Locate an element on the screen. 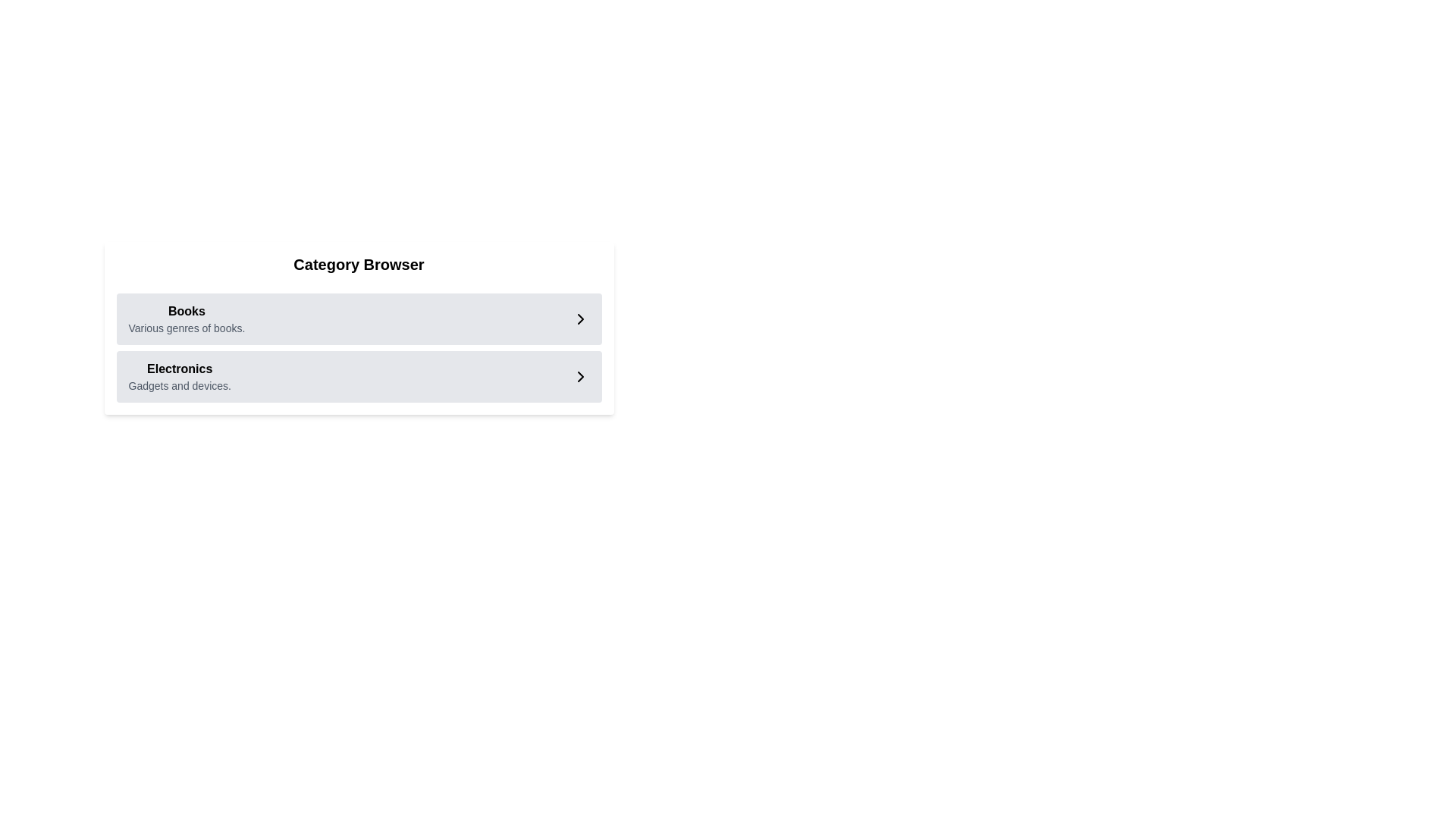 The width and height of the screenshot is (1456, 819). the static text label displaying the phrase 'Gadgets and devices', which is styled in a small gray font and located below the 'Electronics' label in the category browsing list is located at coordinates (180, 385).